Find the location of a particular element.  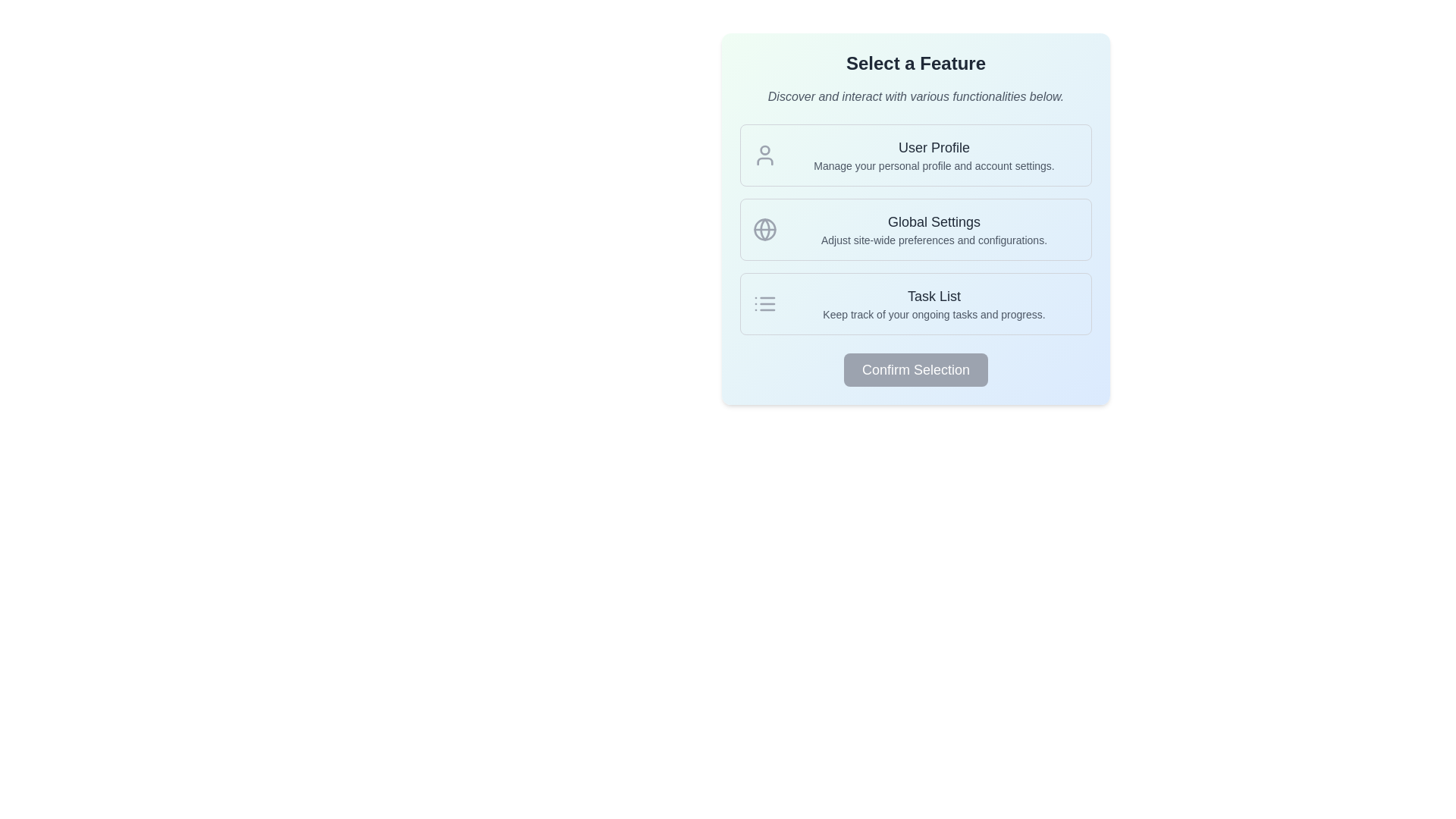

the user profile icon, which is visually linked with the 'User Profile' text and description, located in the upper-left area of the 'User Profile' section is located at coordinates (764, 155).